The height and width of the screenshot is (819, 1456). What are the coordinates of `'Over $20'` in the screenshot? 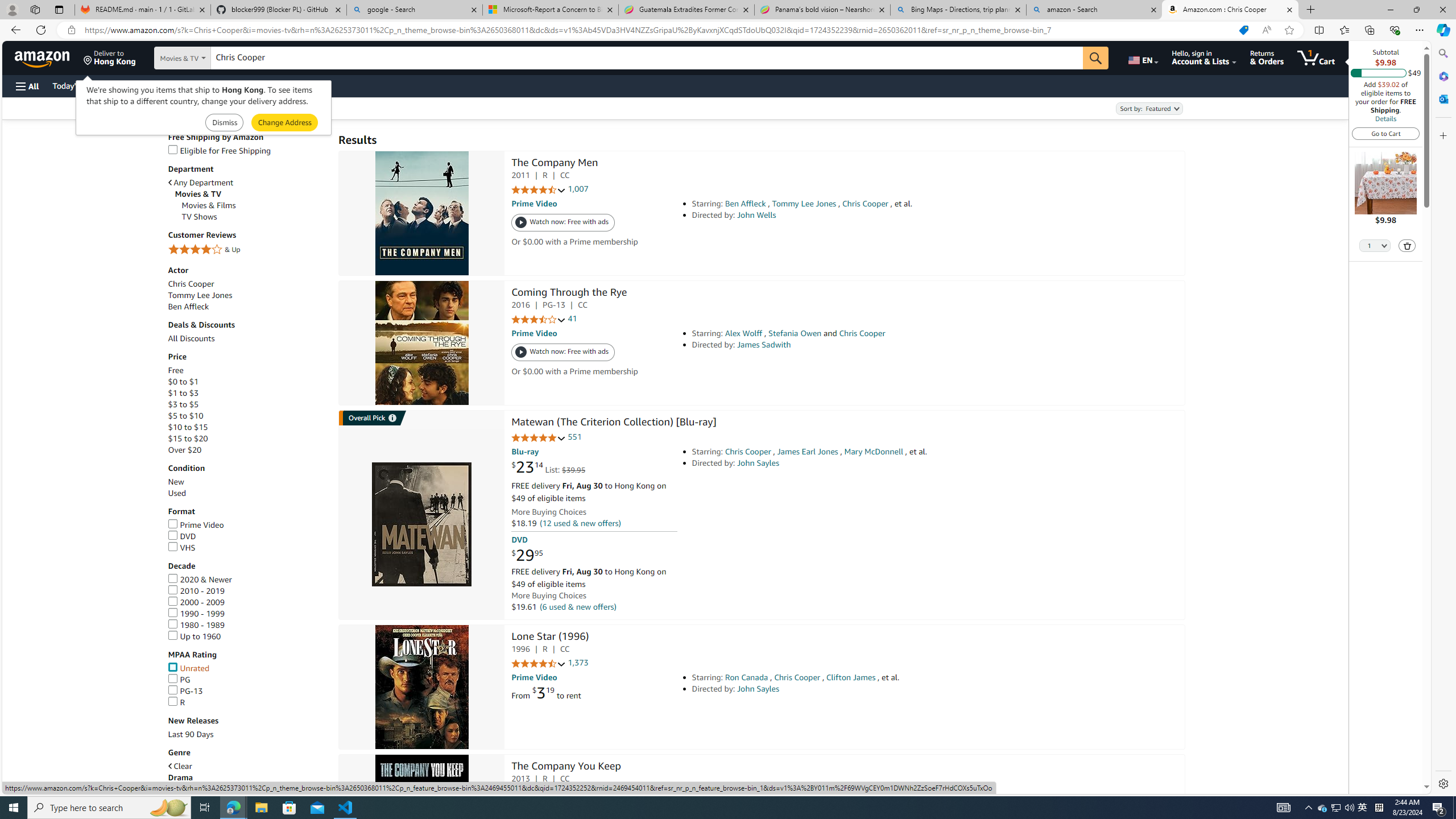 It's located at (185, 449).